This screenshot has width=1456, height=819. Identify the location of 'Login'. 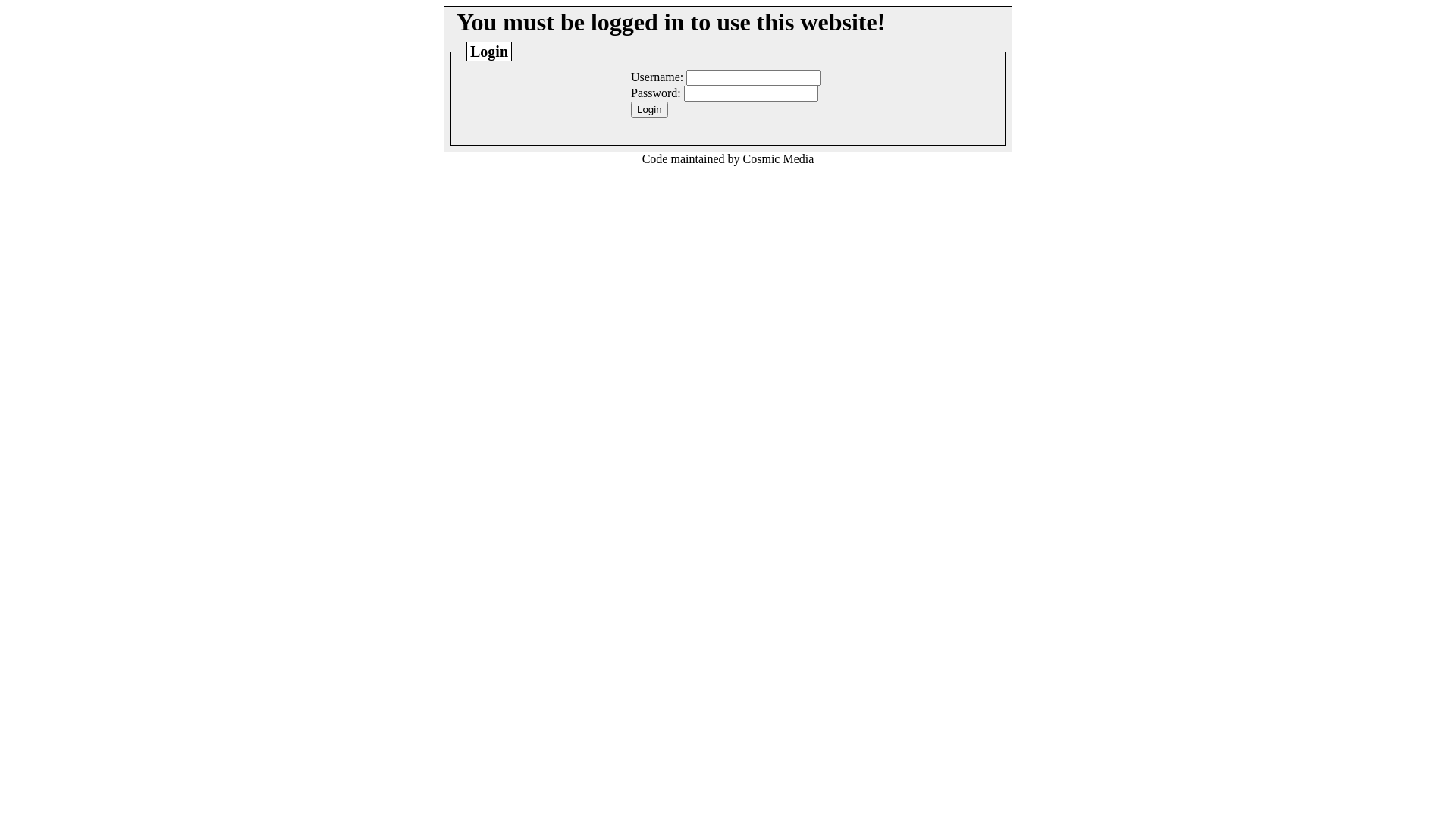
(649, 108).